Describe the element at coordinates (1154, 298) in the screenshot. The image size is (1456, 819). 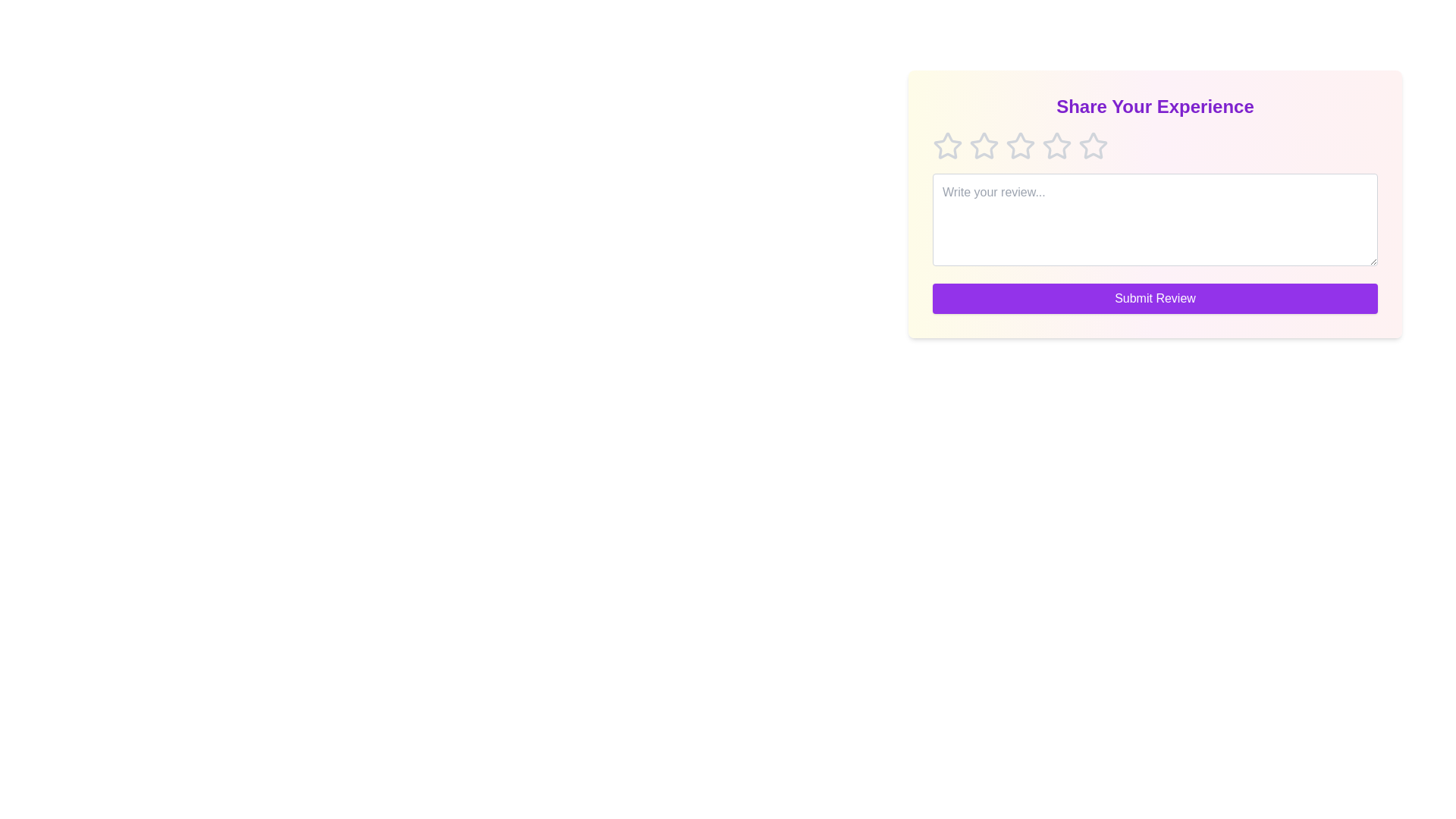
I see `the submit button` at that location.